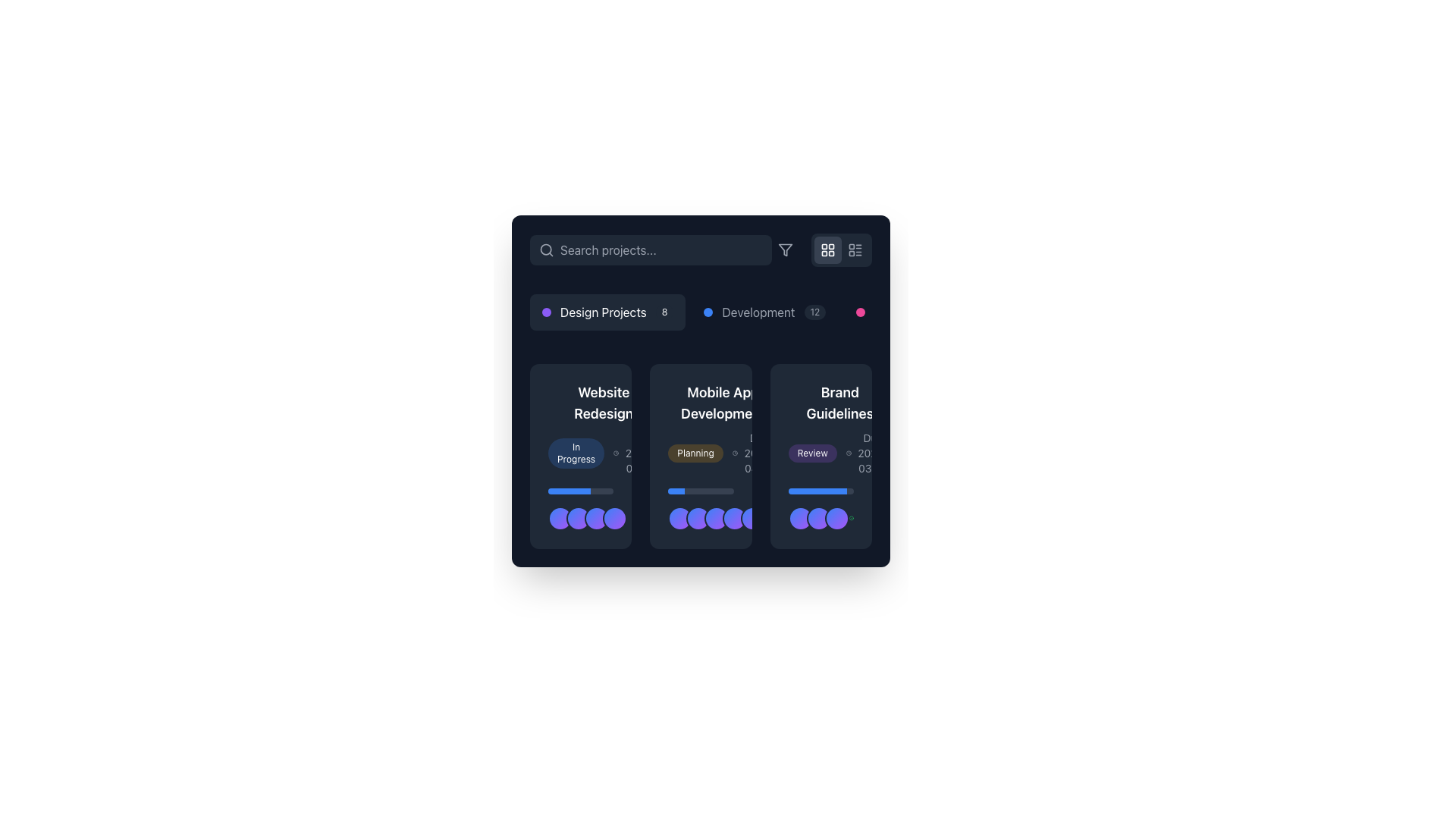 Image resolution: width=1456 pixels, height=819 pixels. What do you see at coordinates (817, 517) in the screenshot?
I see `the clustered grouping of decorative icons or avatars located in the lower section of the 'Brand Guidelines' card` at bounding box center [817, 517].